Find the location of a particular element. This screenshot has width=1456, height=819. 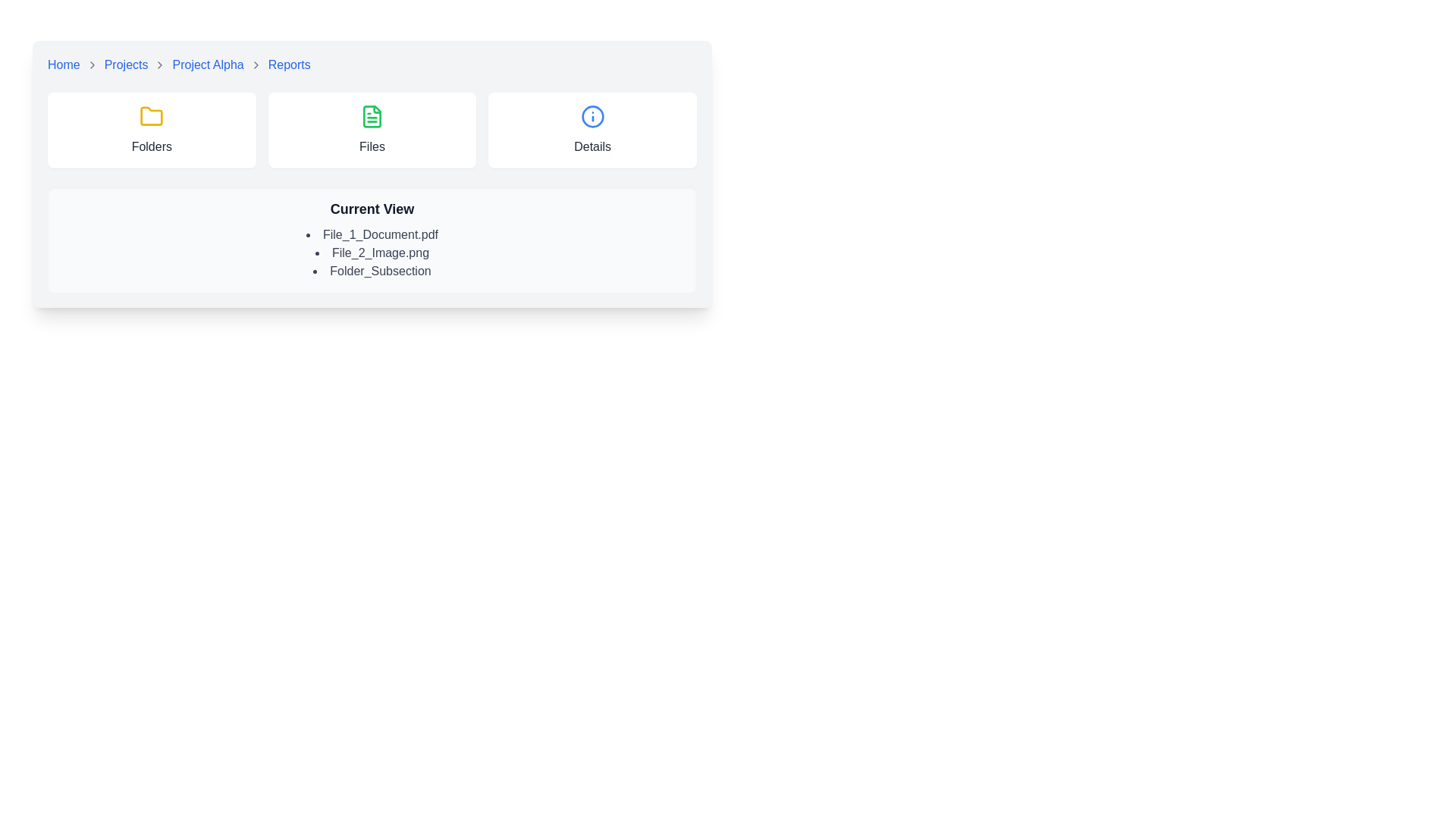

the first text link in the breadcrumb navigation trail is located at coordinates (63, 64).